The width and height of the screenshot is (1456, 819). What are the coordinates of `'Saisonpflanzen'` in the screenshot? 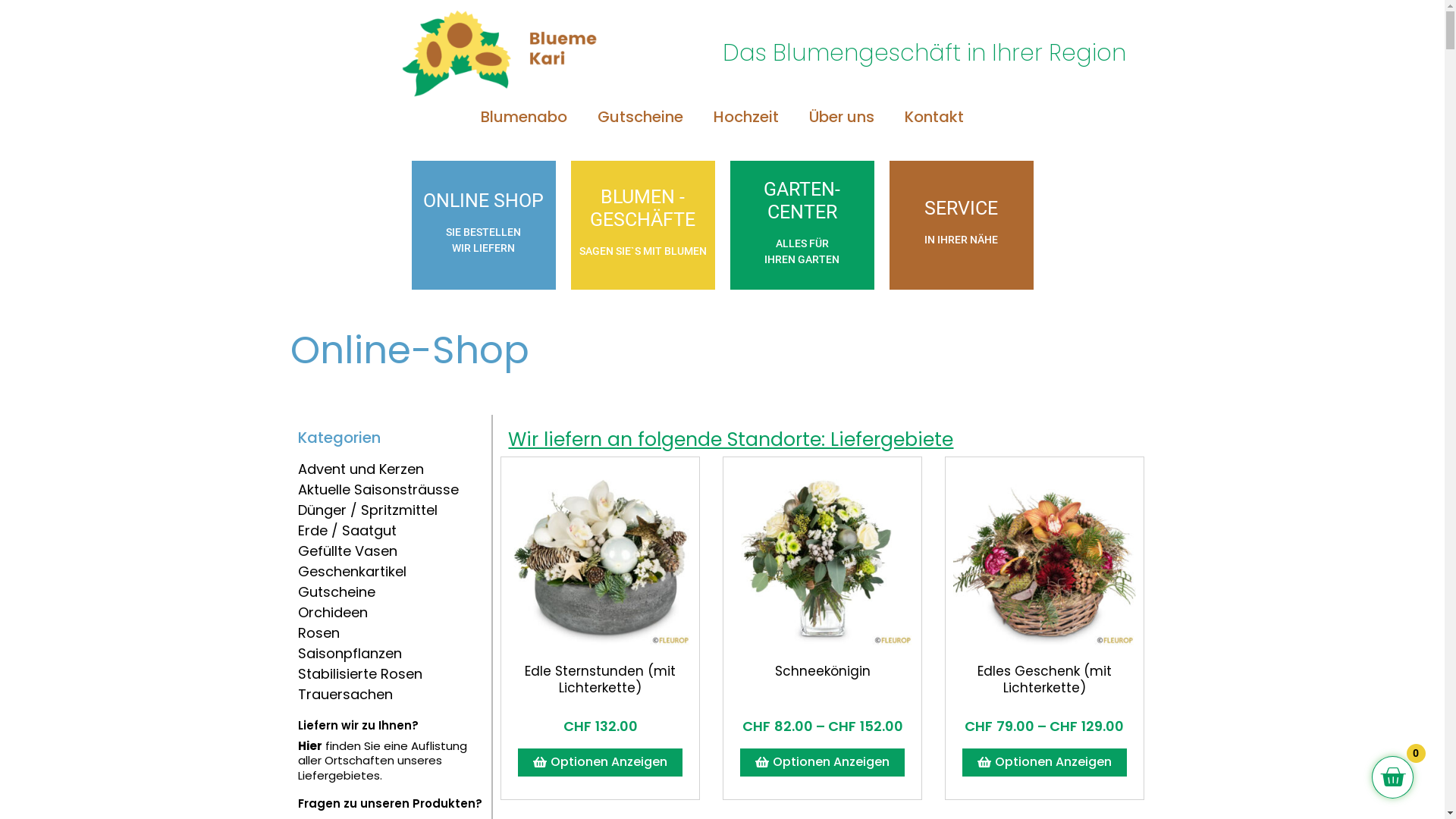 It's located at (348, 652).